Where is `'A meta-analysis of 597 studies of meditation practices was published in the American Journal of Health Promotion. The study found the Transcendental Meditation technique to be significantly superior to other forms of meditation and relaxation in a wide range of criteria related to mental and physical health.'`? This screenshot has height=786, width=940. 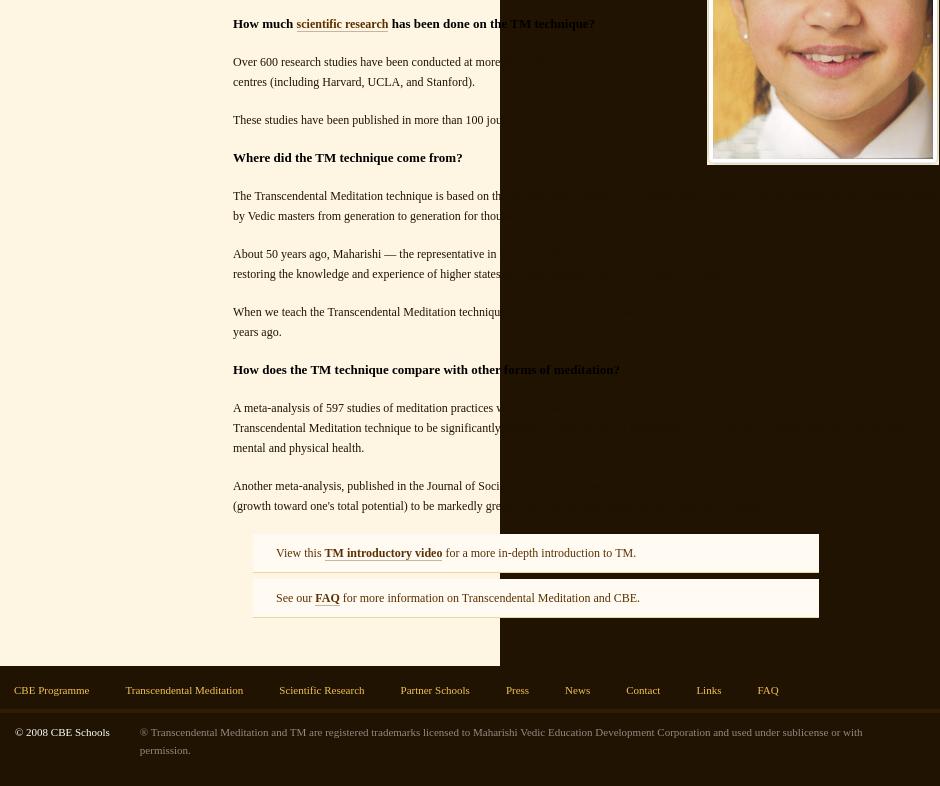 'A meta-analysis of 597 studies of meditation practices was published in the American Journal of Health Promotion. The study found the Transcendental Meditation technique to be significantly superior to other forms of meditation and relaxation in a wide range of criteria related to mental and physical health.' is located at coordinates (579, 426).